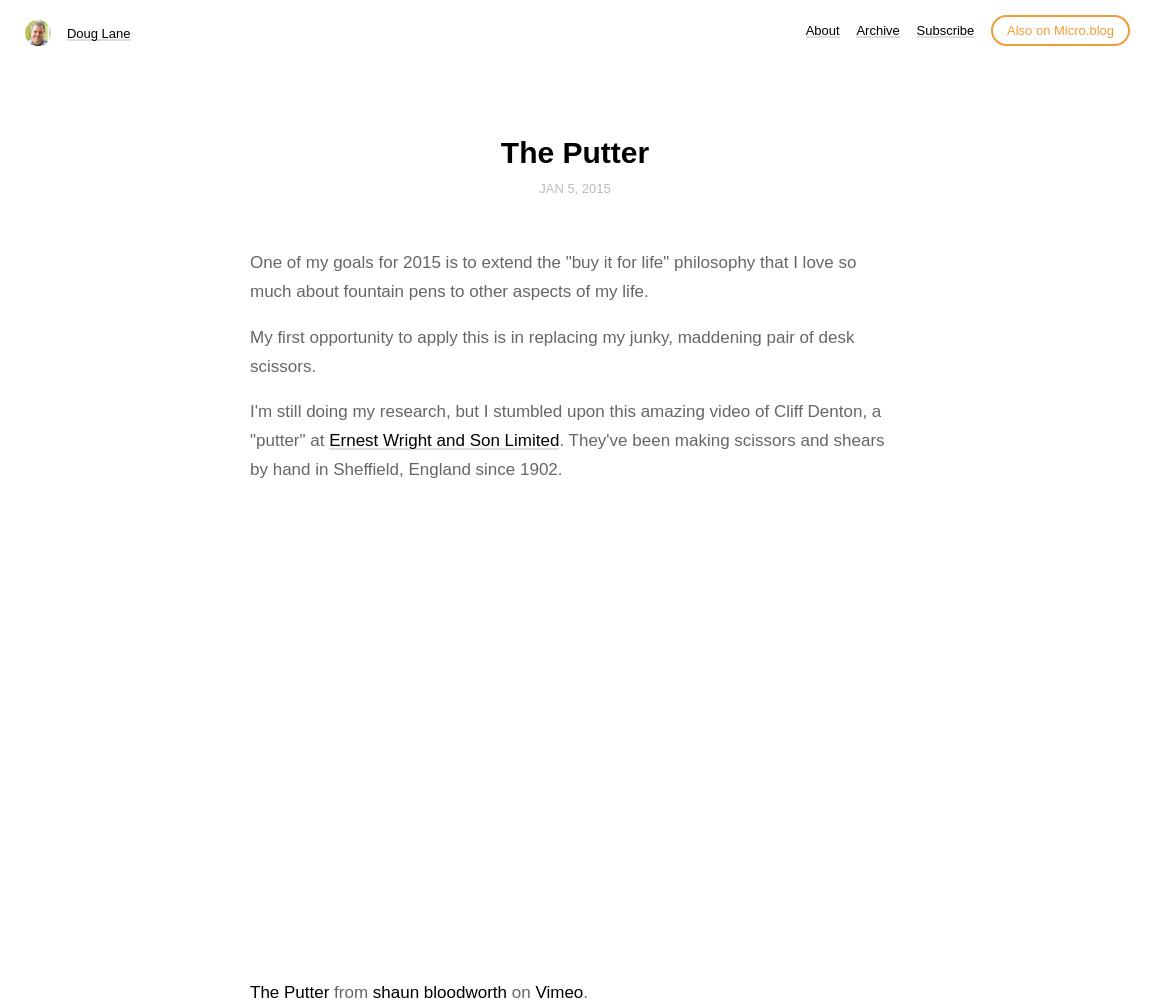 The image size is (1150, 1000). I want to click on 'Archive', so click(877, 30).